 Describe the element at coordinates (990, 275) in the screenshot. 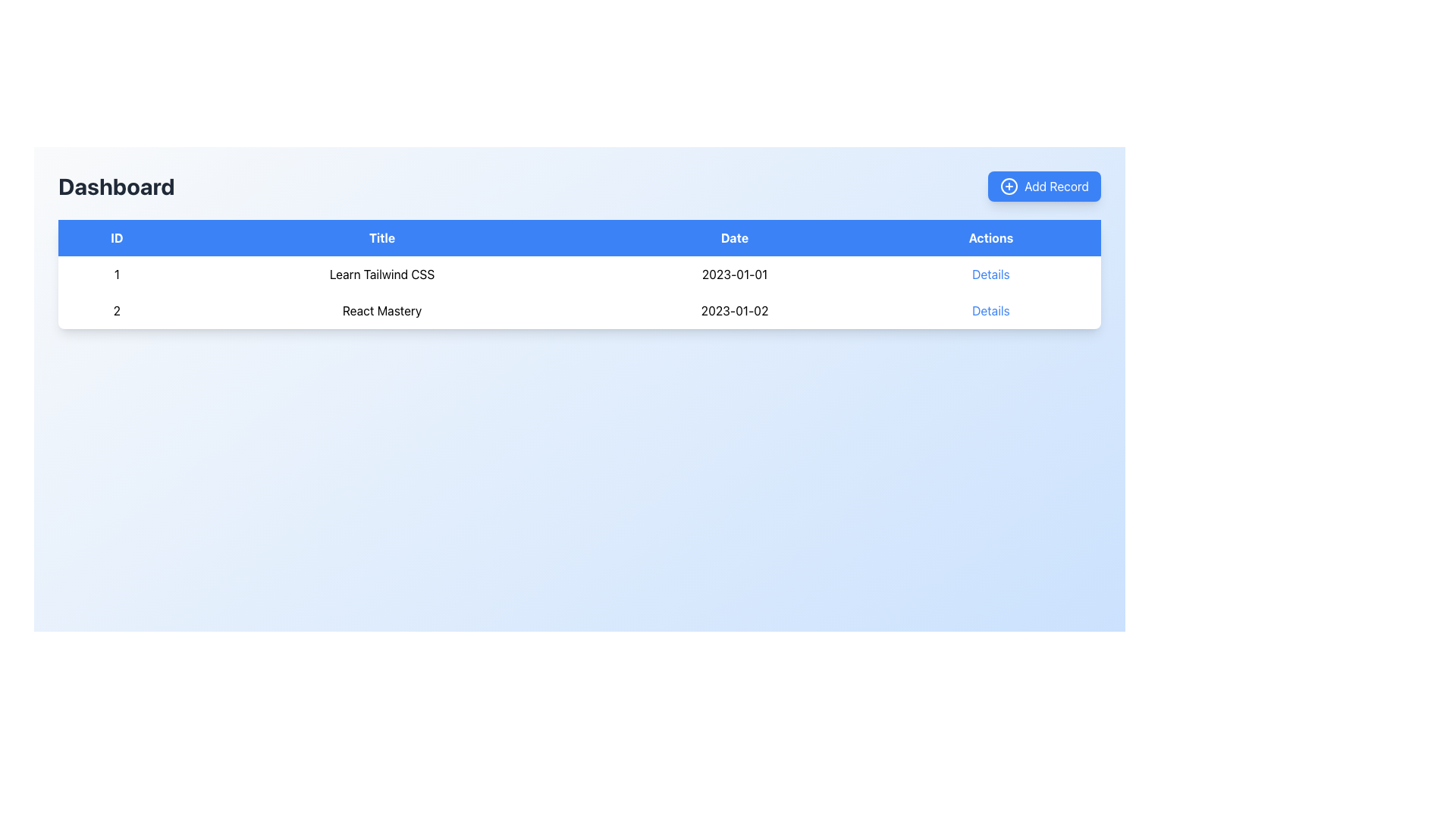

I see `the second 'Details' link in the 'Actions' column of the data table` at that location.